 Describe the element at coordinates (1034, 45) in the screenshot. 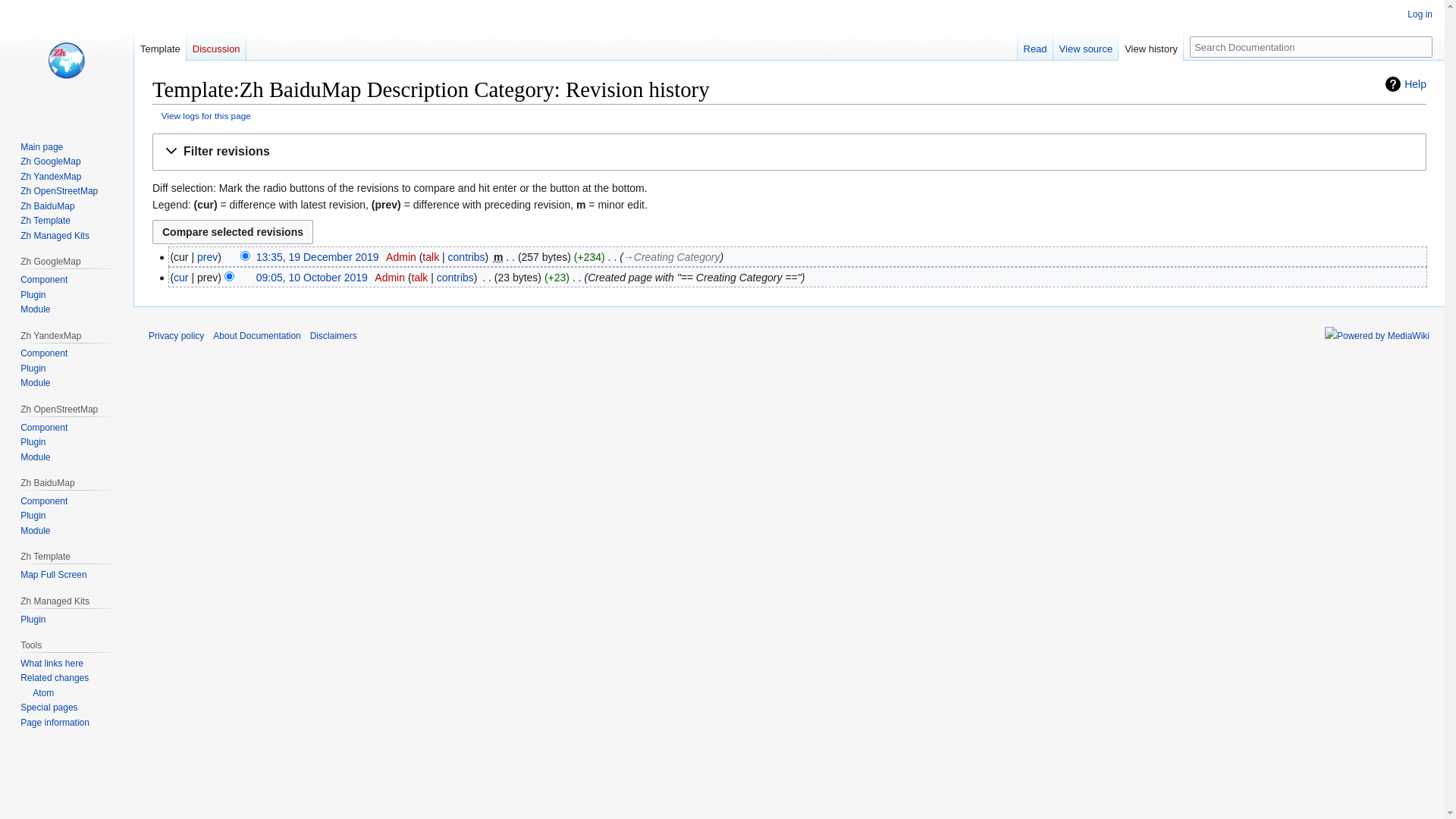

I see `'Read'` at that location.